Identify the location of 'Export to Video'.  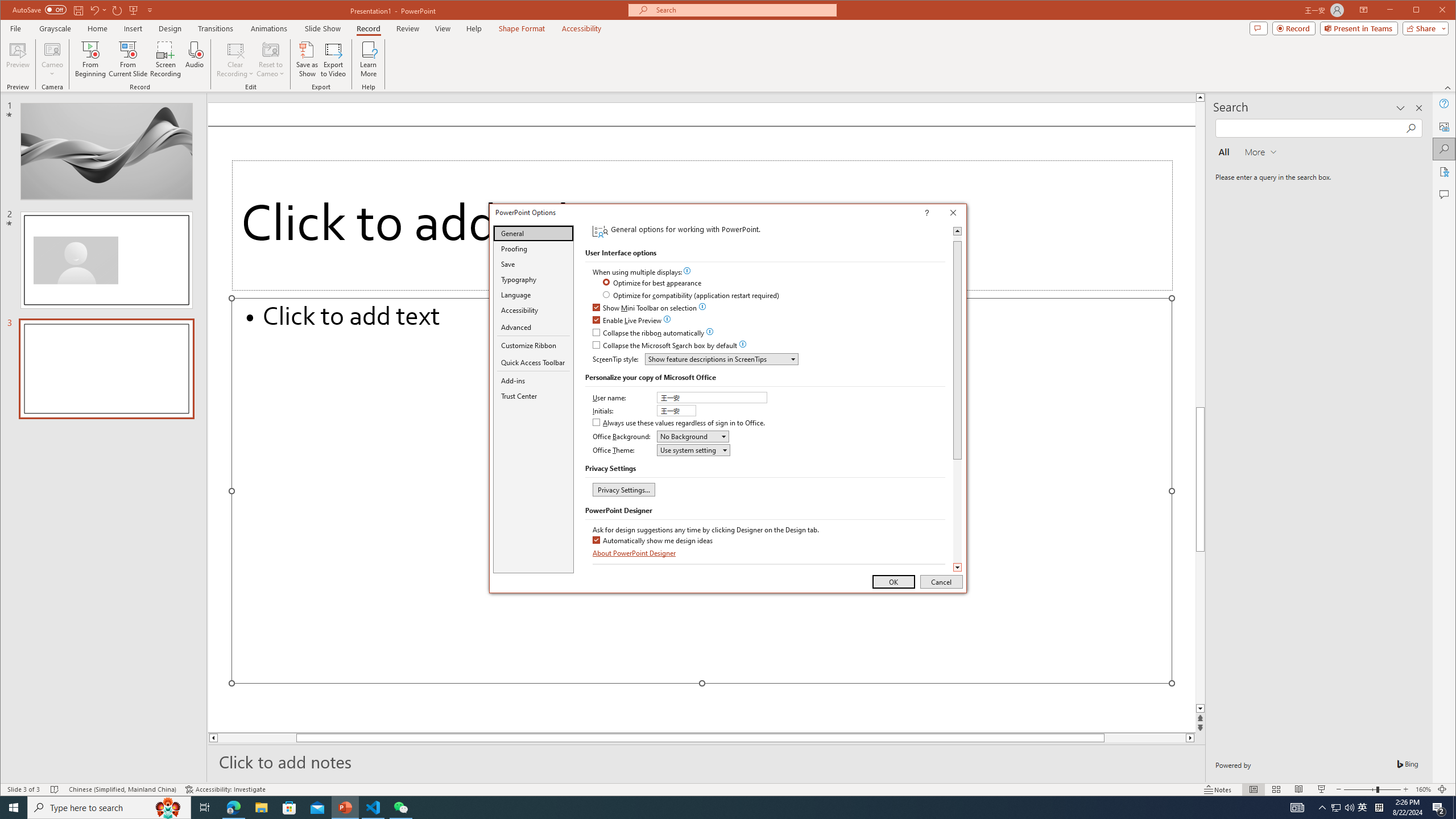
(334, 59).